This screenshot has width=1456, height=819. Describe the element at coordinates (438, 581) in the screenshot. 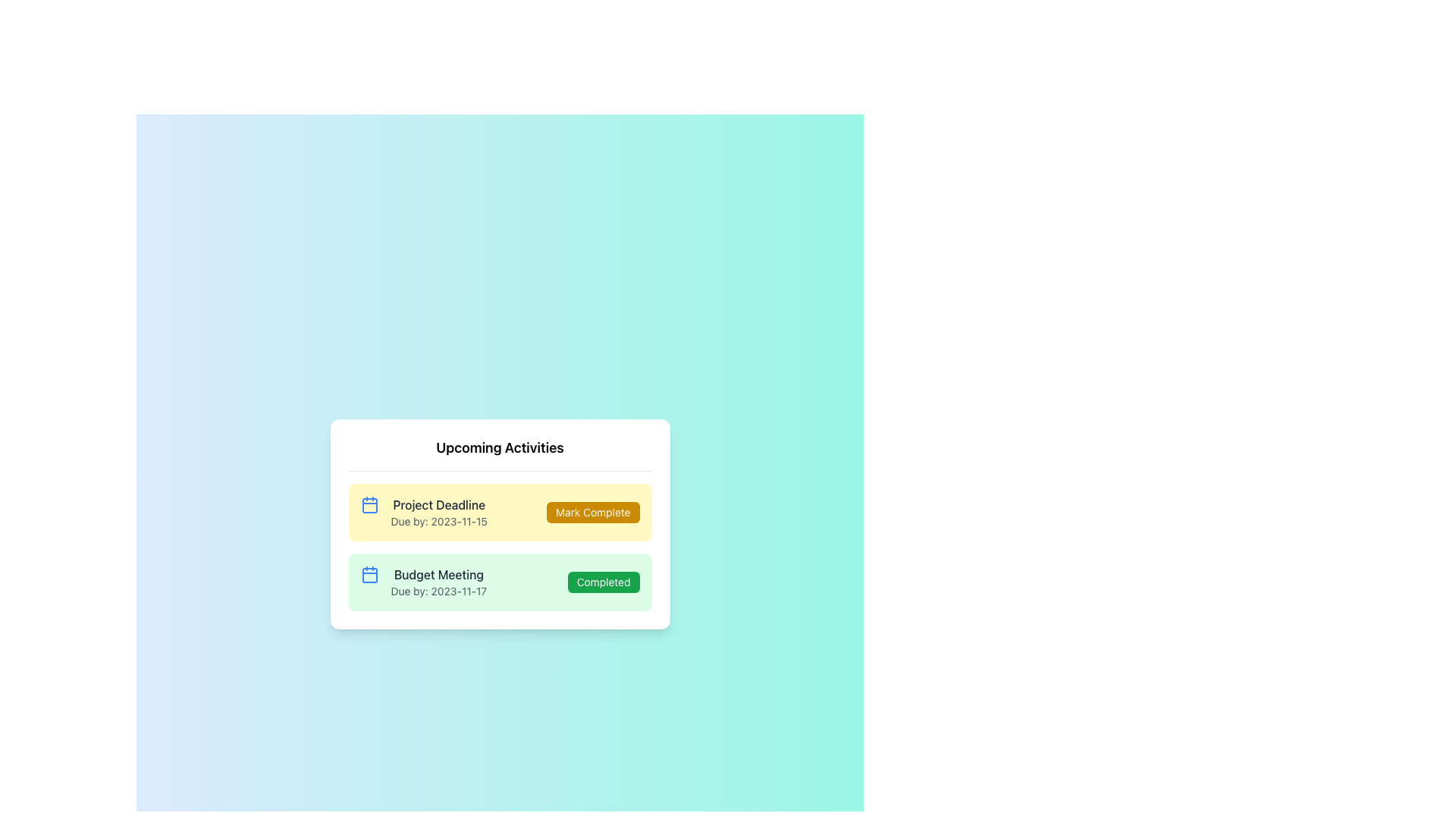

I see `the 'Budget Meeting' text block located in the second entry of the activity list within the 'Upcoming Activities' card` at that location.